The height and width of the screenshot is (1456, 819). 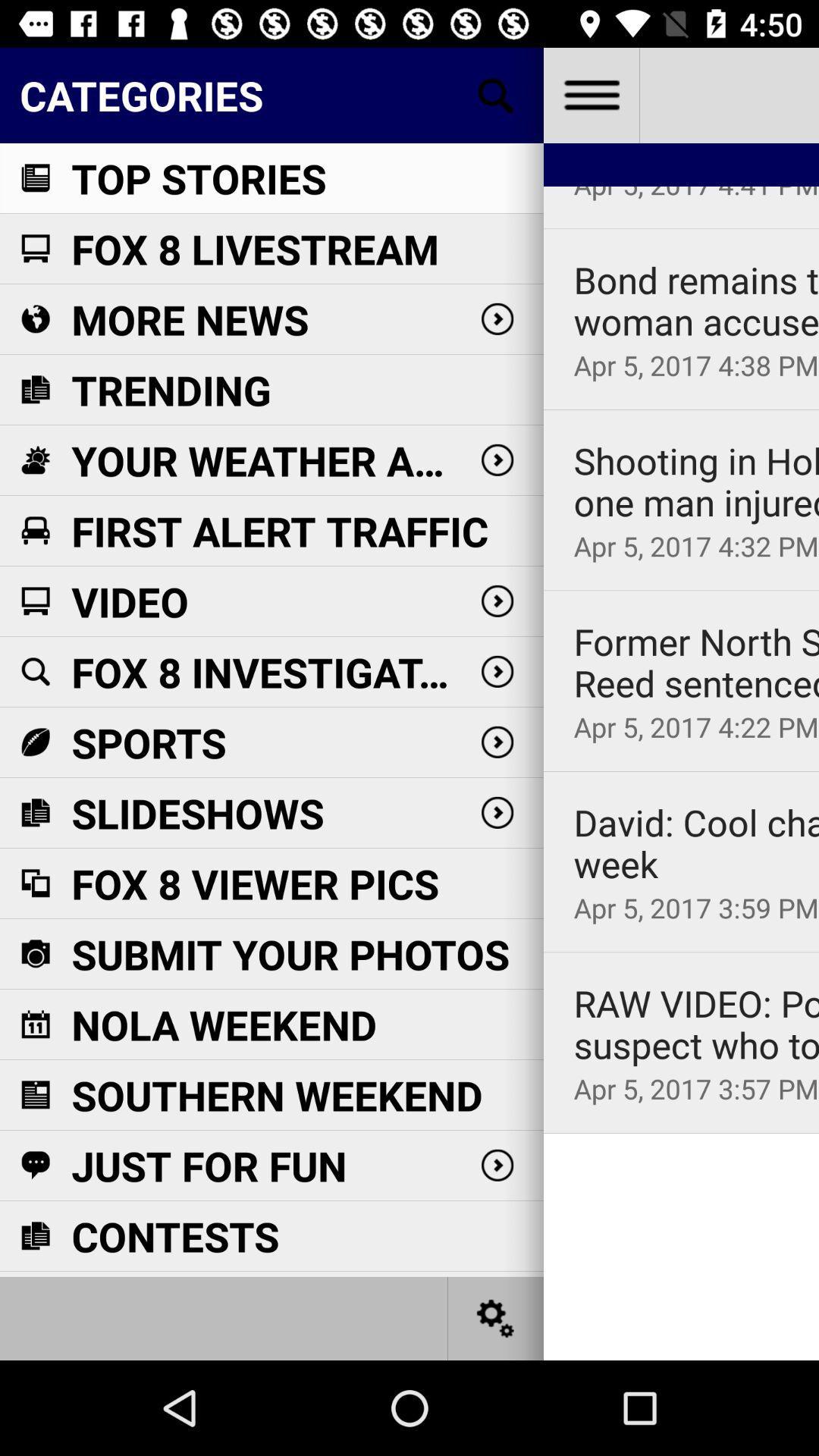 What do you see at coordinates (496, 1317) in the screenshot?
I see `the settings icon` at bounding box center [496, 1317].